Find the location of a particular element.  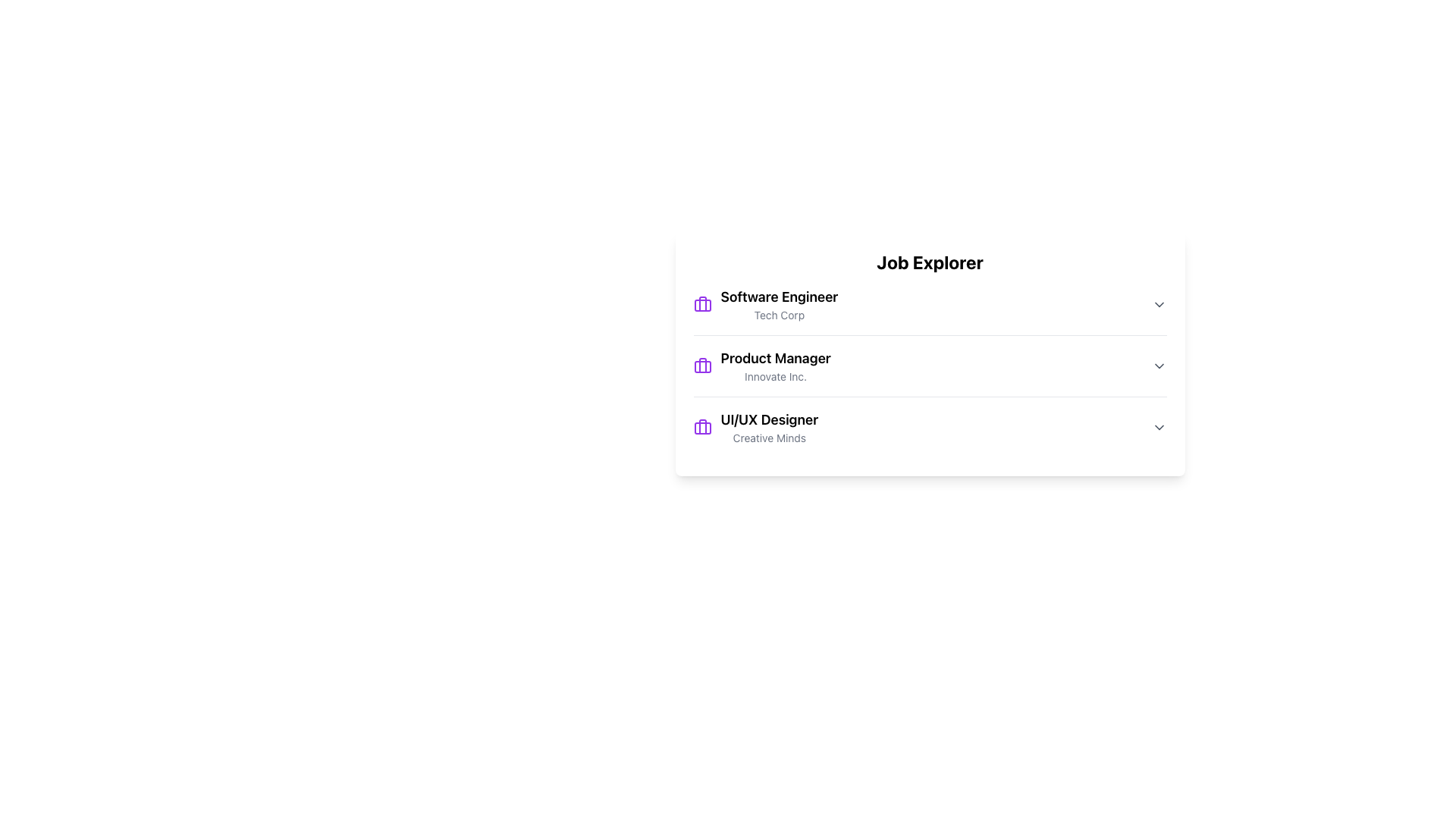

the center of the job listing for 'Product Manager' at 'Innovate Inc.' is located at coordinates (929, 372).